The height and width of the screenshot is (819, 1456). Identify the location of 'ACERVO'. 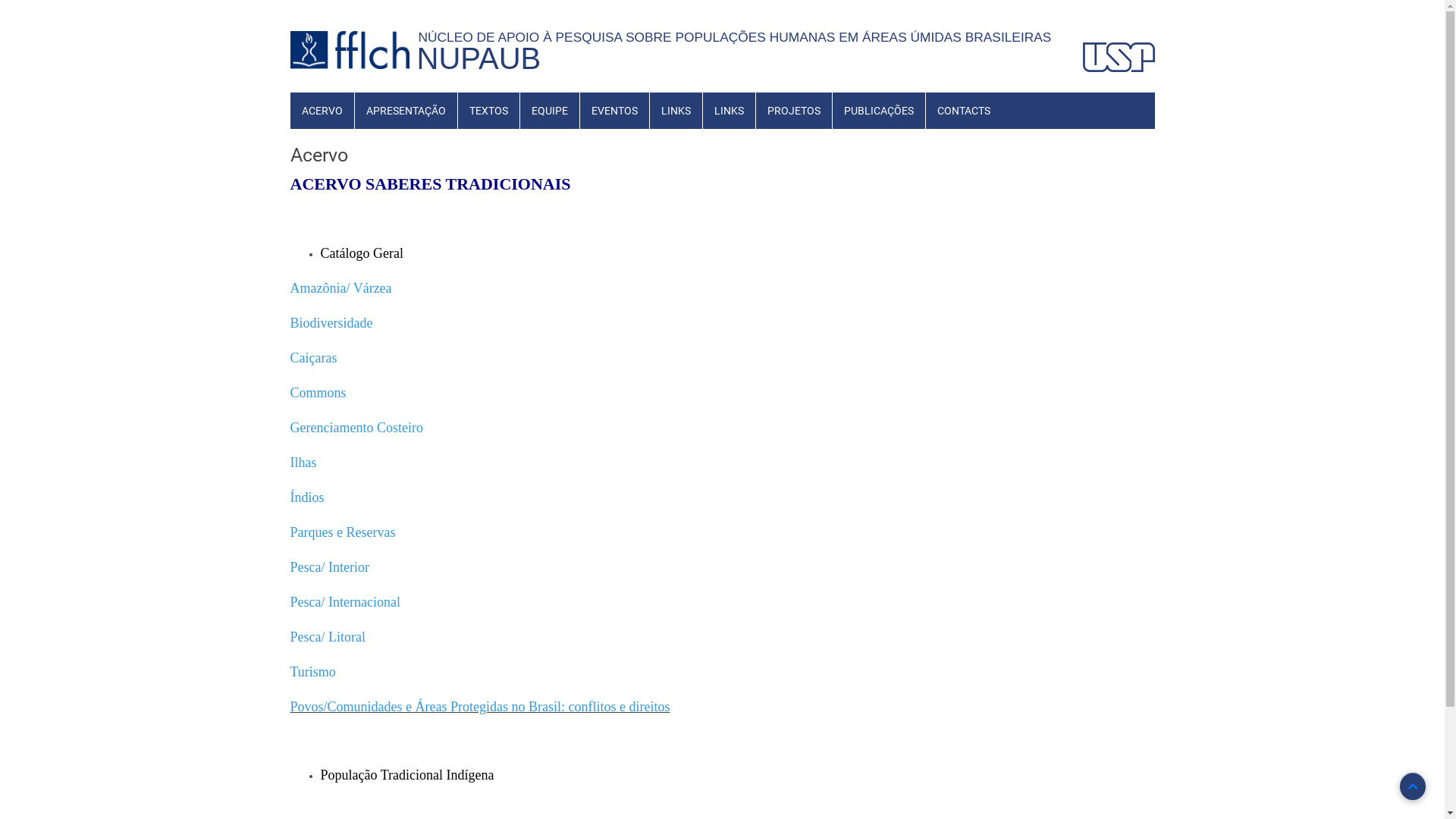
(320, 110).